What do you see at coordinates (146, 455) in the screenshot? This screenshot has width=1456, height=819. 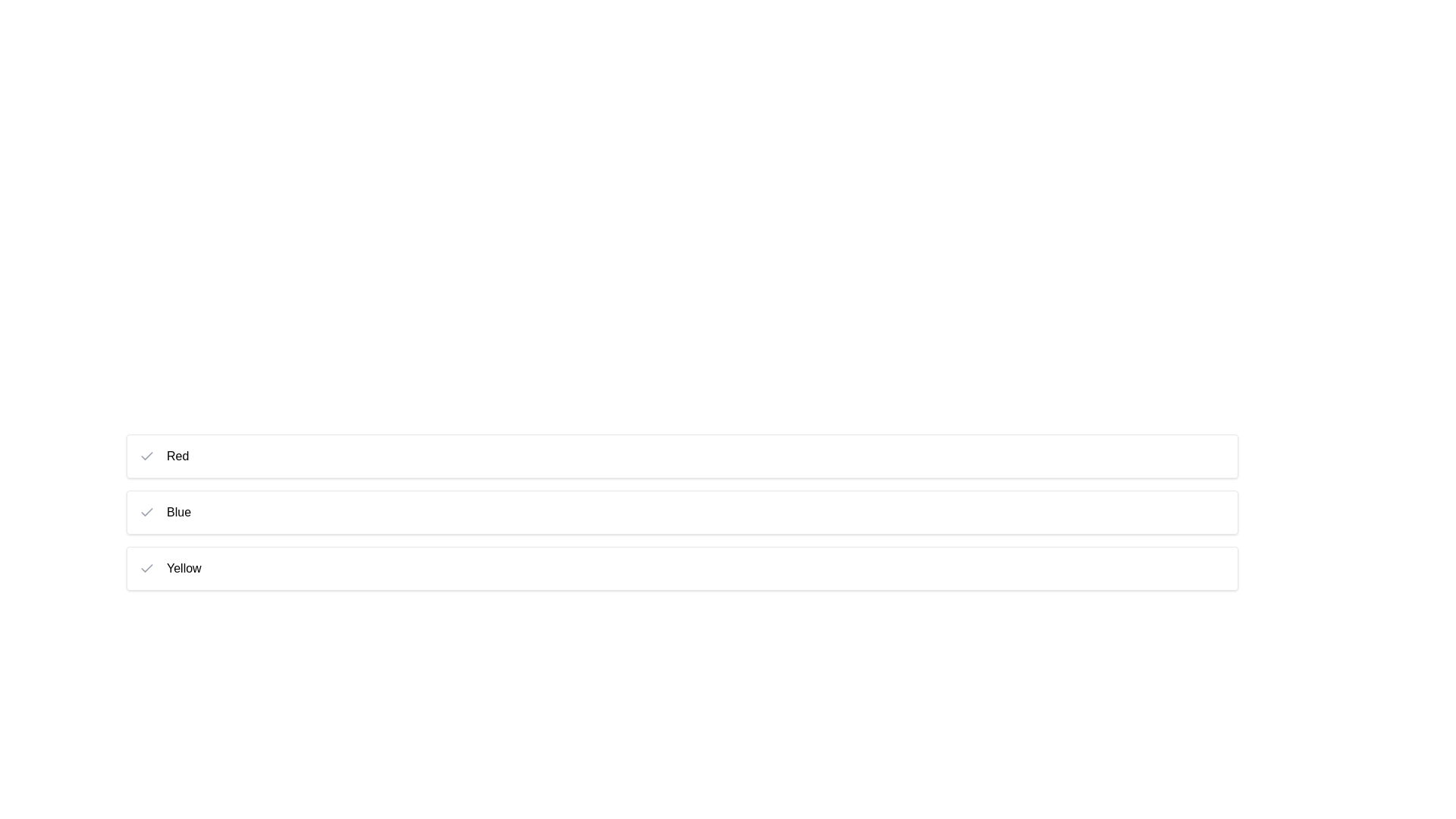 I see `the checkmark icon that indicates selection or completion status, located adjacent to the label reading 'Blue'` at bounding box center [146, 455].